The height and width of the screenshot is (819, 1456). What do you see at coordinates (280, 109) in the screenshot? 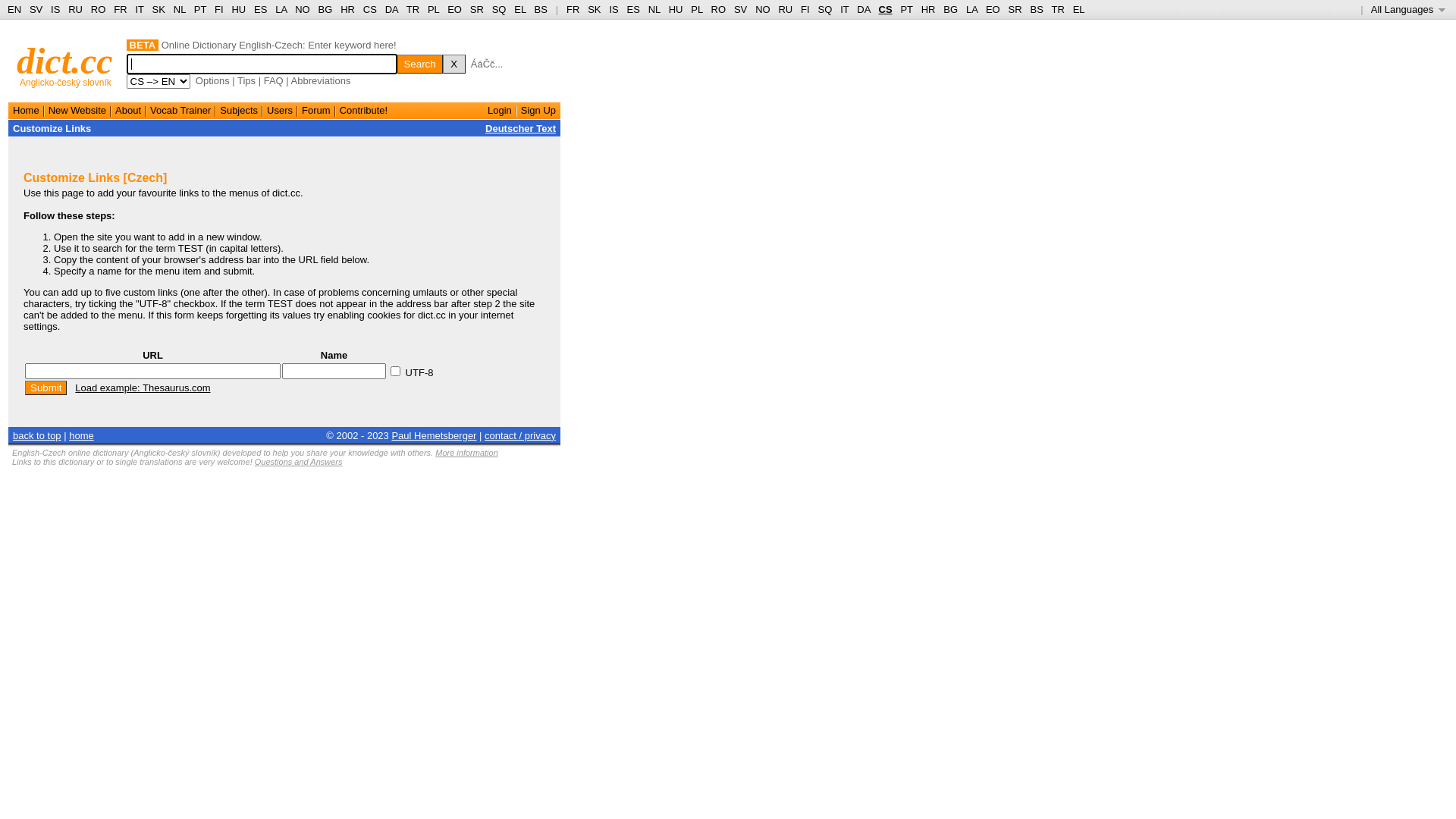
I see `'Users'` at bounding box center [280, 109].